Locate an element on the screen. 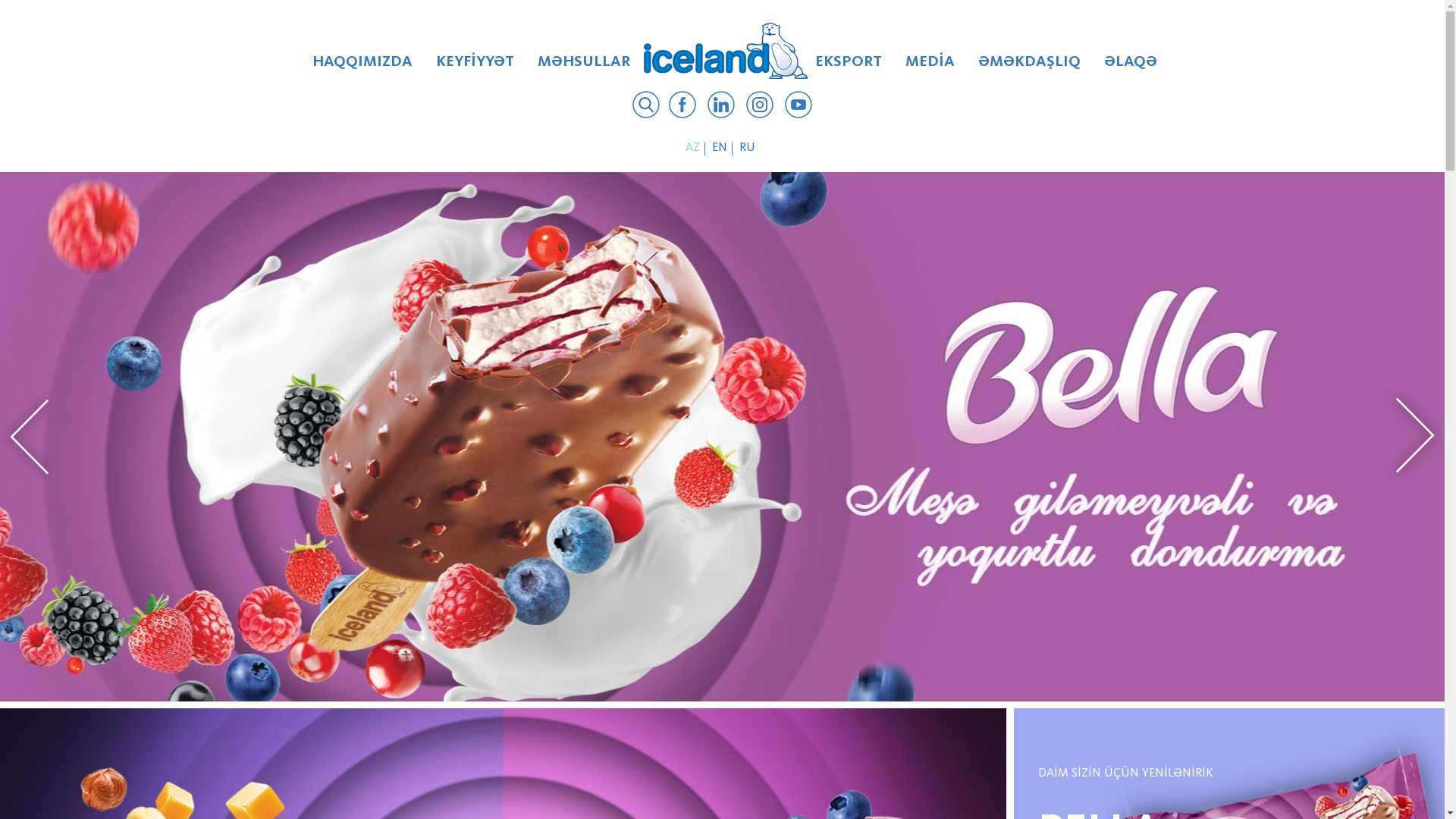 The height and width of the screenshot is (819, 1456). 'Iceland' is located at coordinates (724, 49).